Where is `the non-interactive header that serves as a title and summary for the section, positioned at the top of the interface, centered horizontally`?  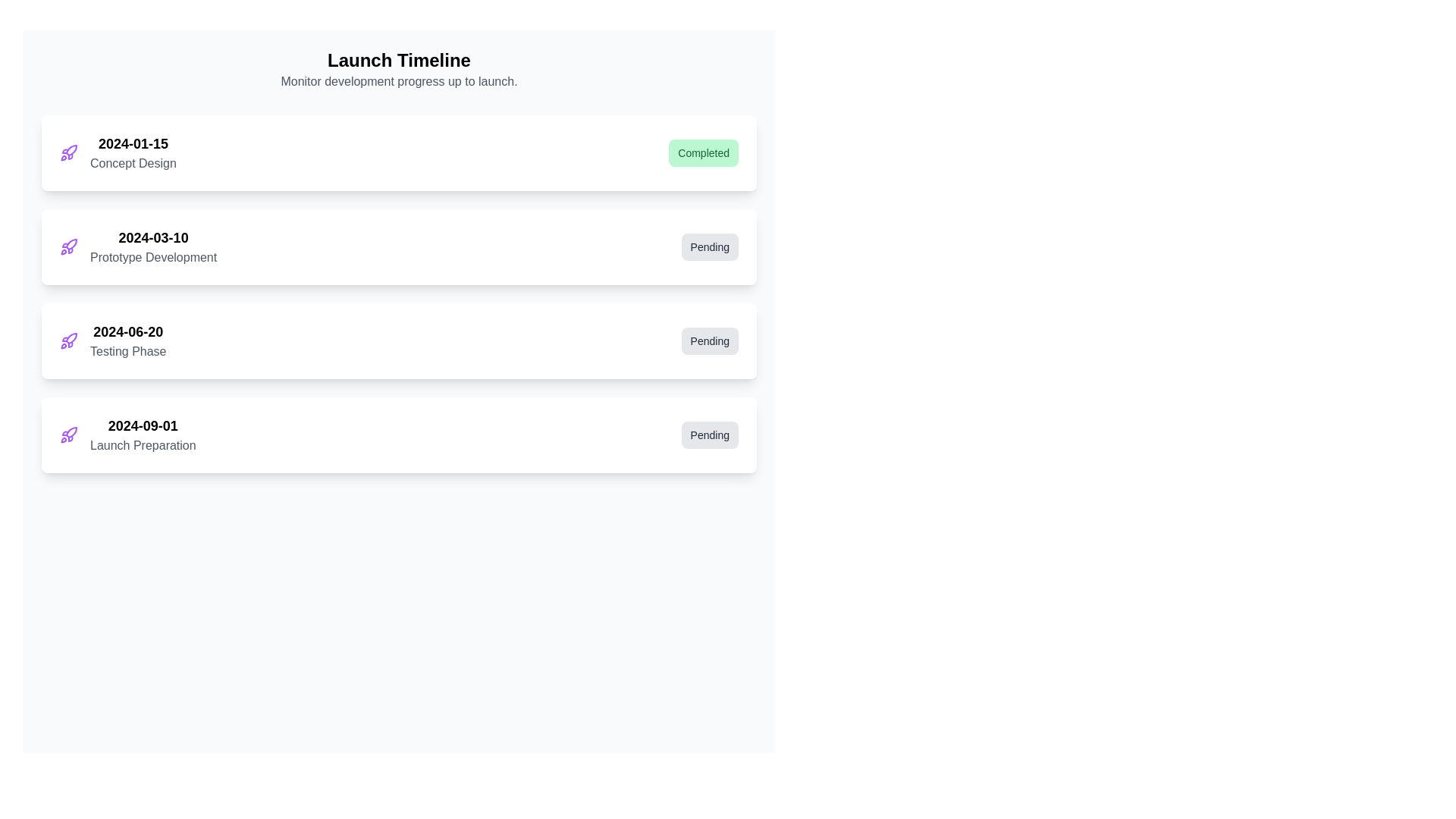
the non-interactive header that serves as a title and summary for the section, positioned at the top of the interface, centered horizontally is located at coordinates (399, 70).